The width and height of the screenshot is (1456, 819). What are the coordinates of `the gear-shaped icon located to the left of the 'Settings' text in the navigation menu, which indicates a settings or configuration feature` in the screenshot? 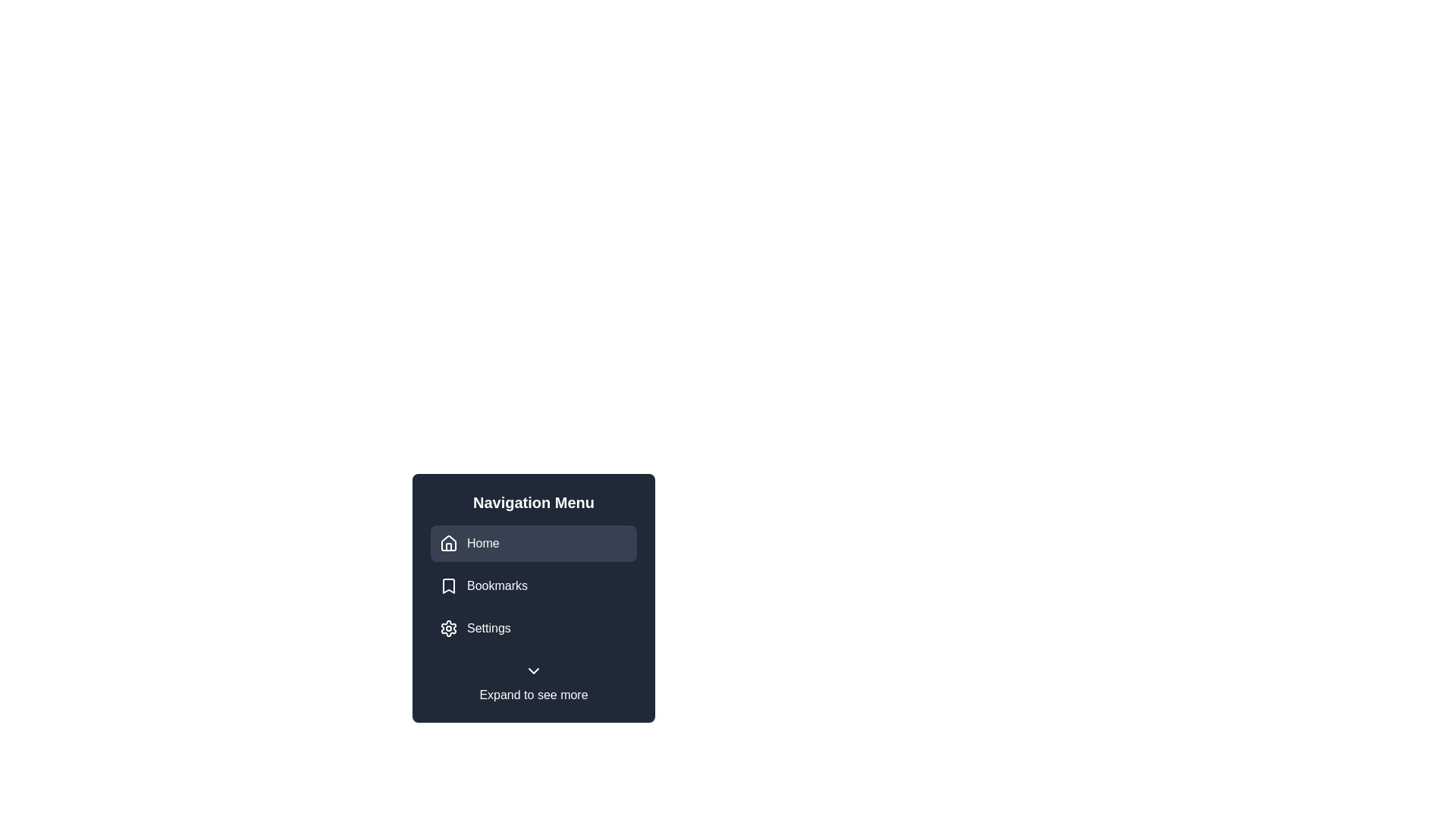 It's located at (447, 629).